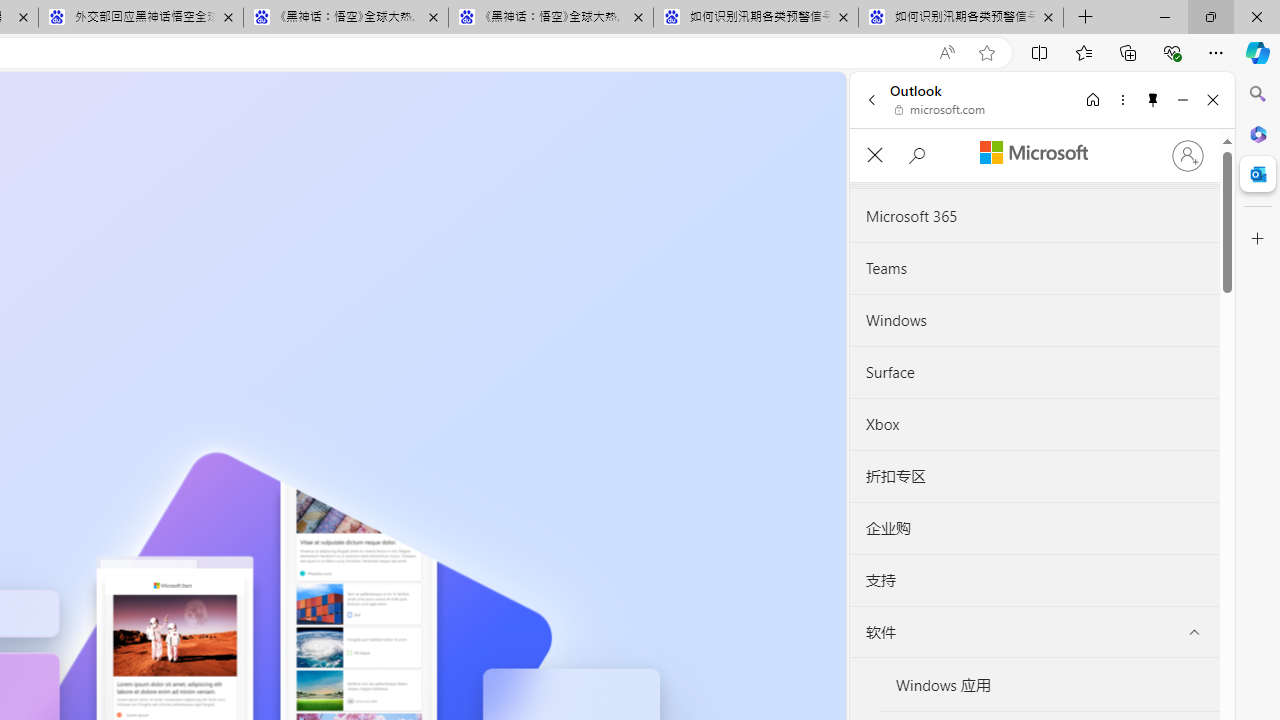 This screenshot has height=720, width=1280. Describe the element at coordinates (1034, 372) in the screenshot. I see `'Surface'` at that location.